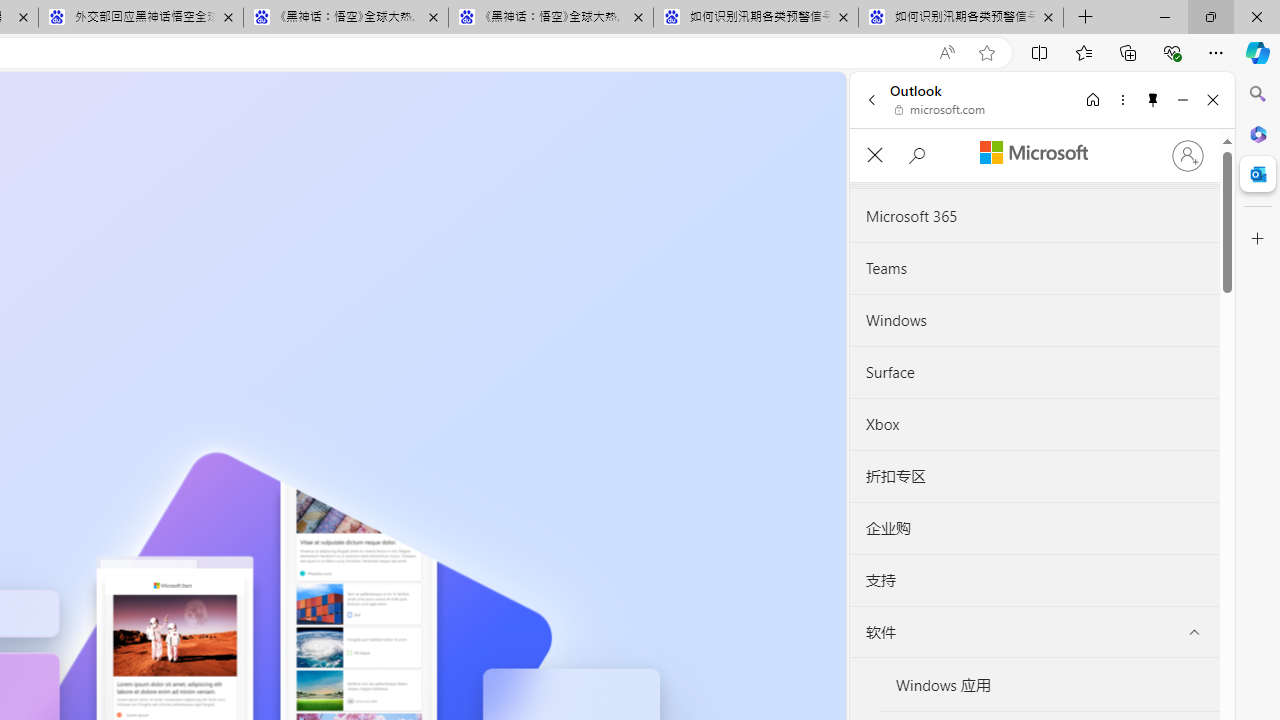 This screenshot has height=720, width=1280. Describe the element at coordinates (1034, 372) in the screenshot. I see `'Surface'` at that location.